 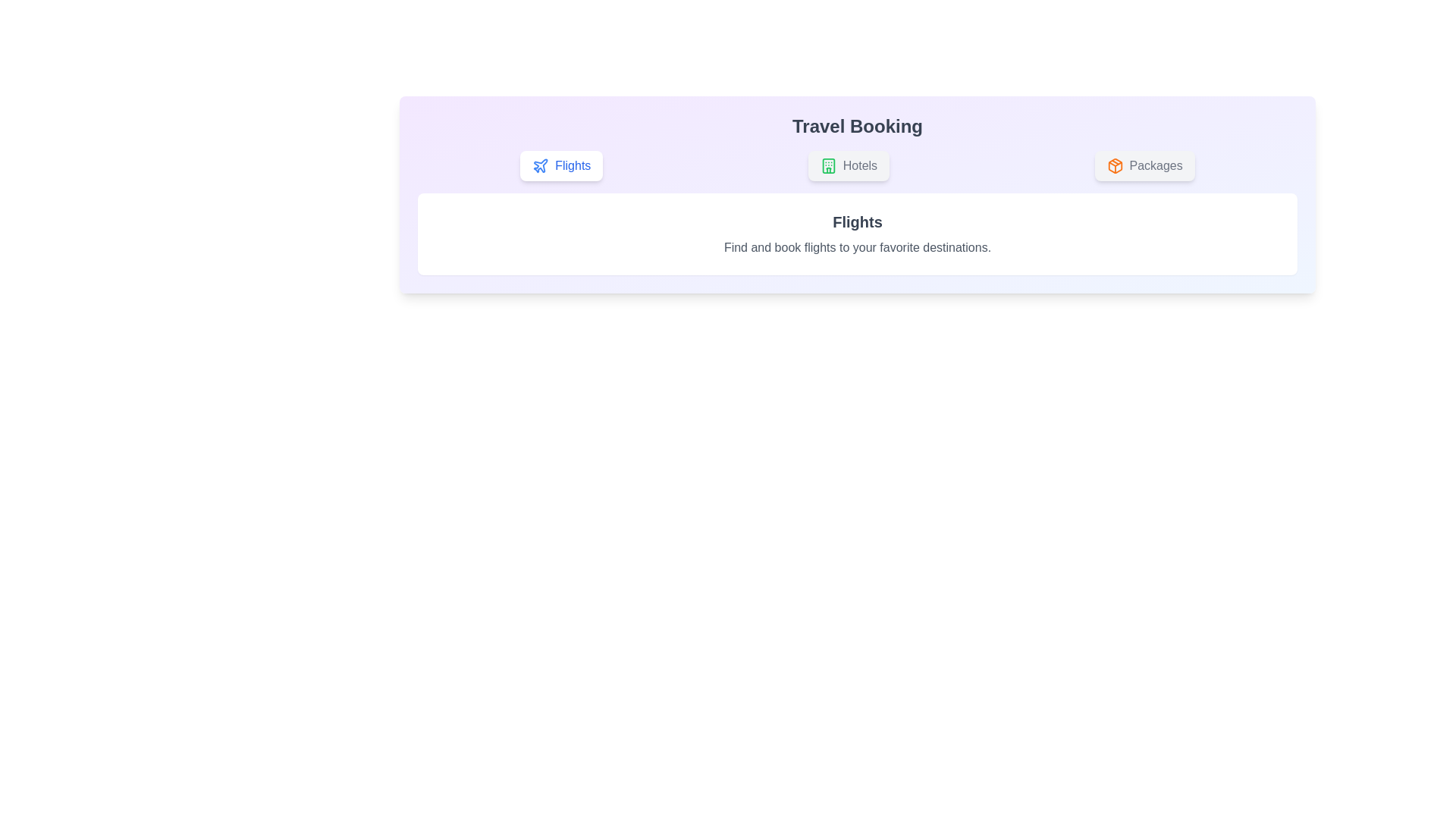 I want to click on the Flights tab to activate it, so click(x=560, y=166).